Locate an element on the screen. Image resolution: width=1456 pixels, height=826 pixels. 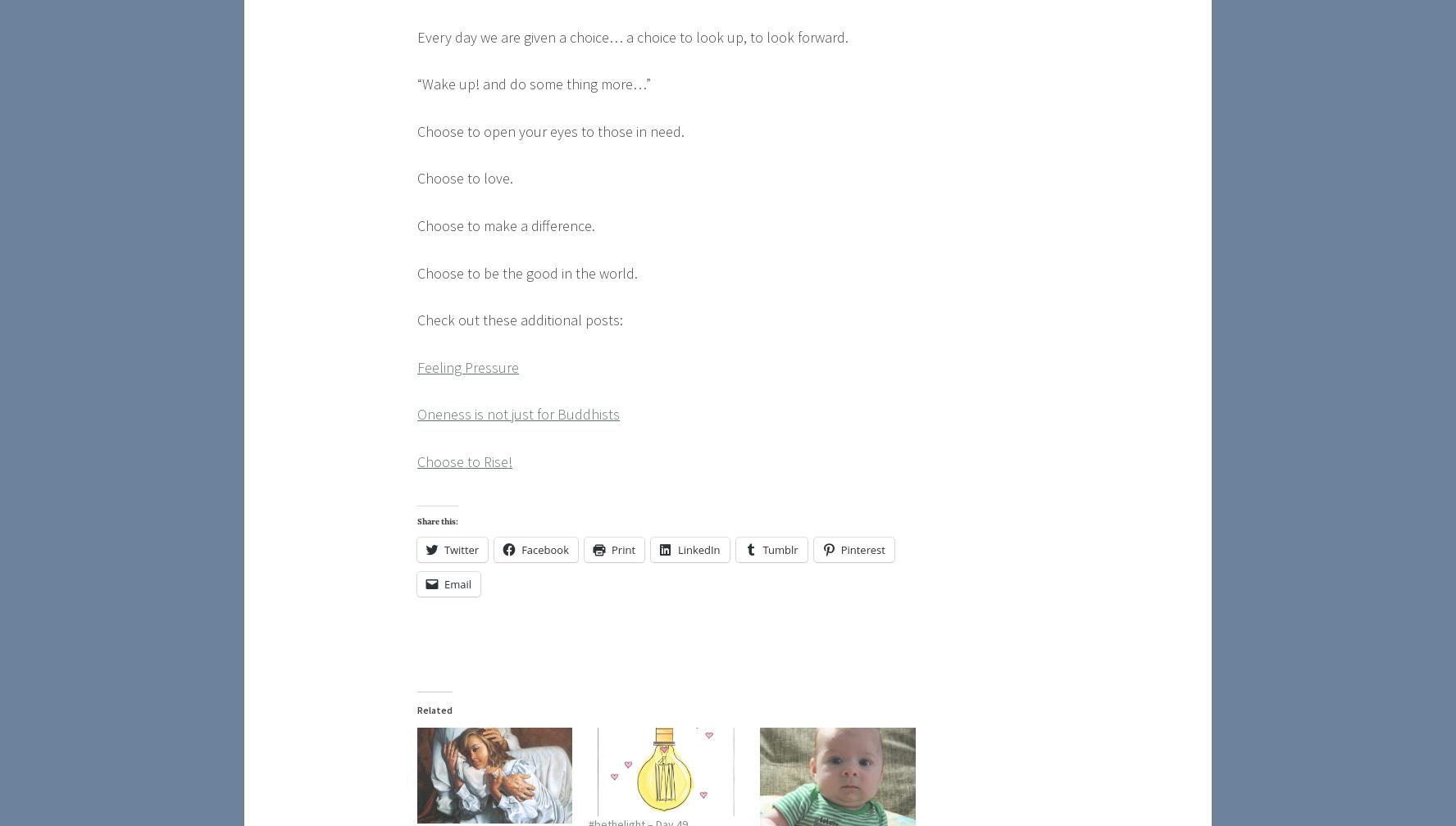
'Email' is located at coordinates (457, 583).